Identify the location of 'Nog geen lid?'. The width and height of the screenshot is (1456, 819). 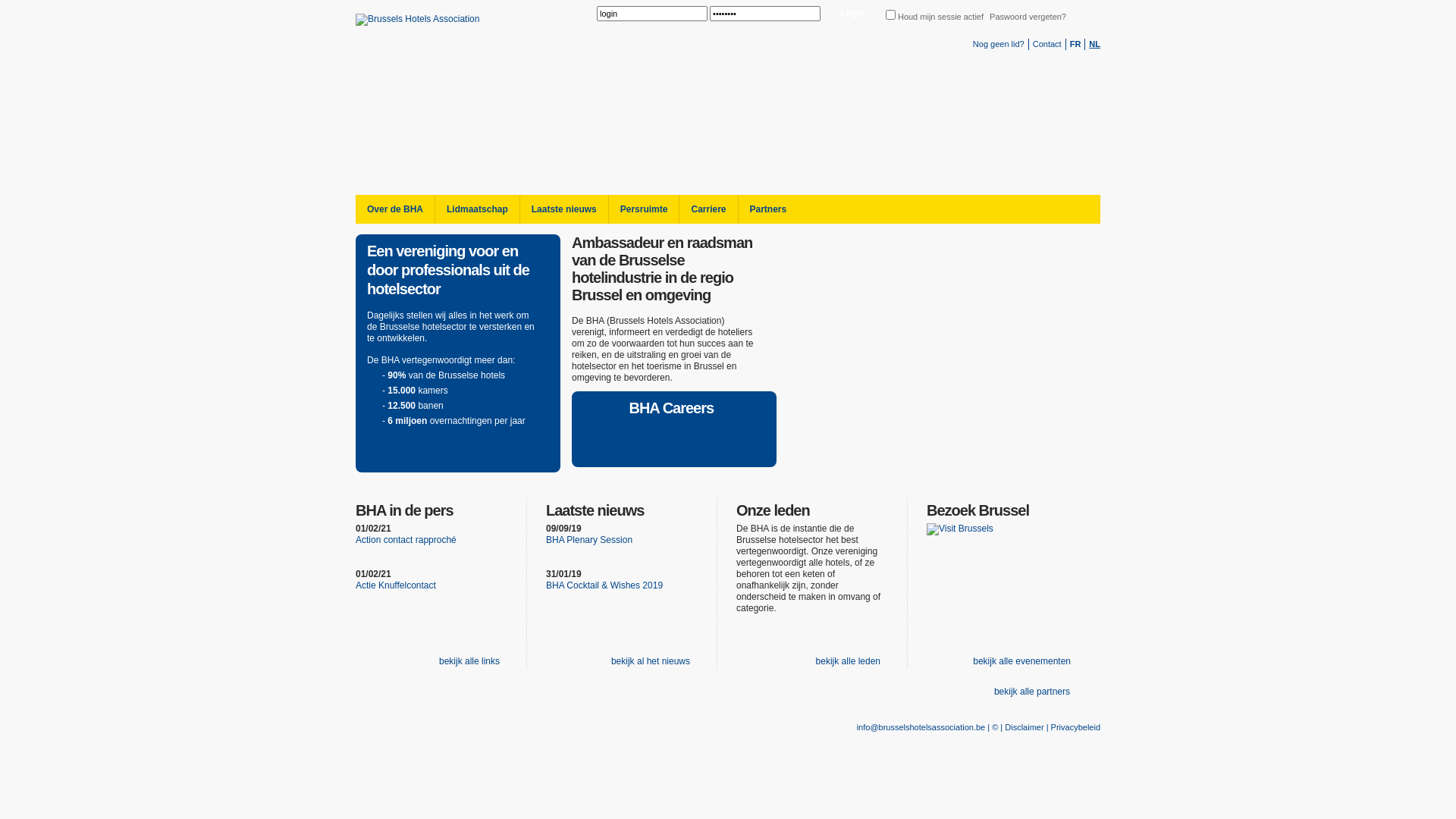
(998, 42).